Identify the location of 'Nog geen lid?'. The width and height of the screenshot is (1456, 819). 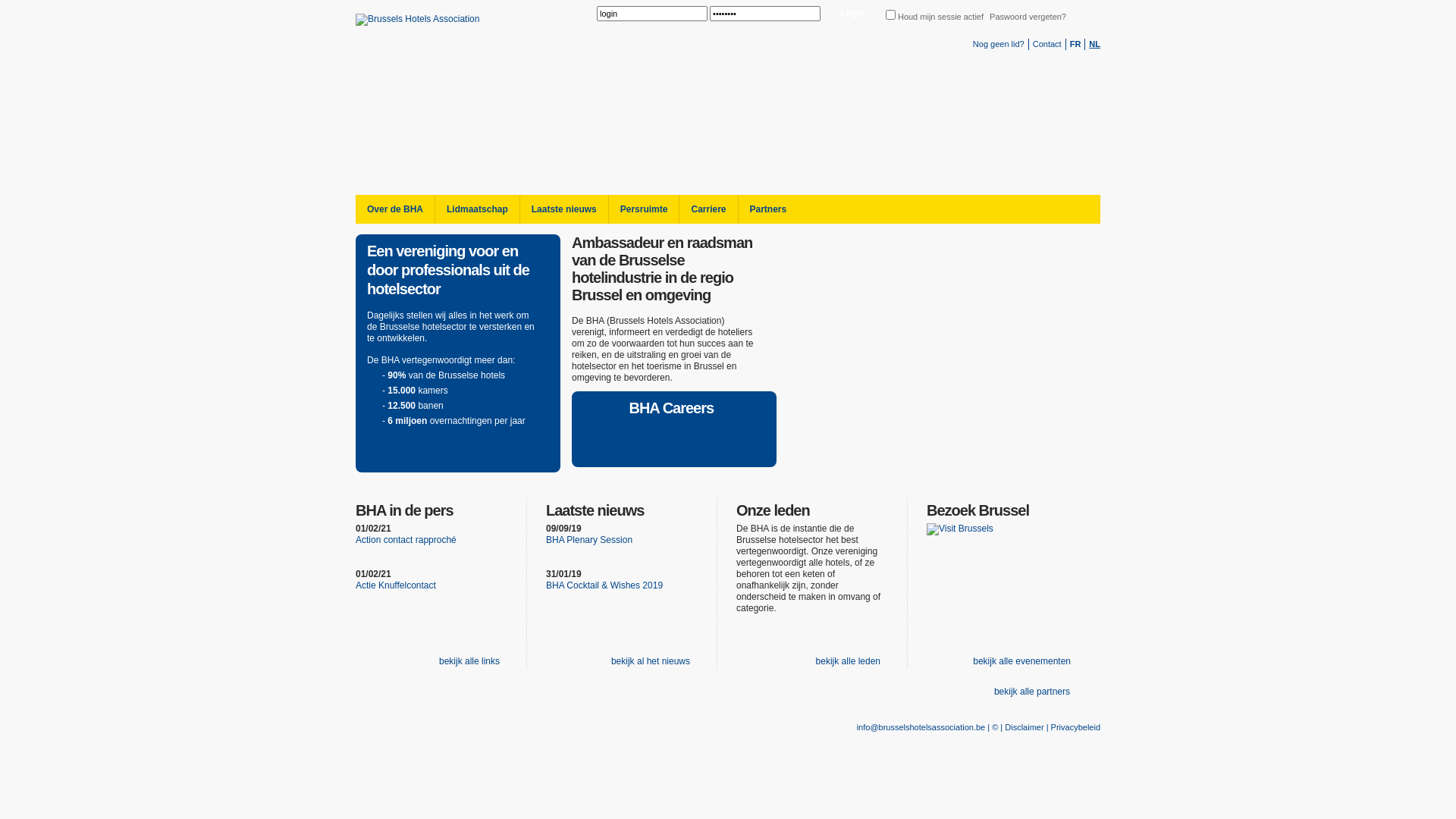
(998, 42).